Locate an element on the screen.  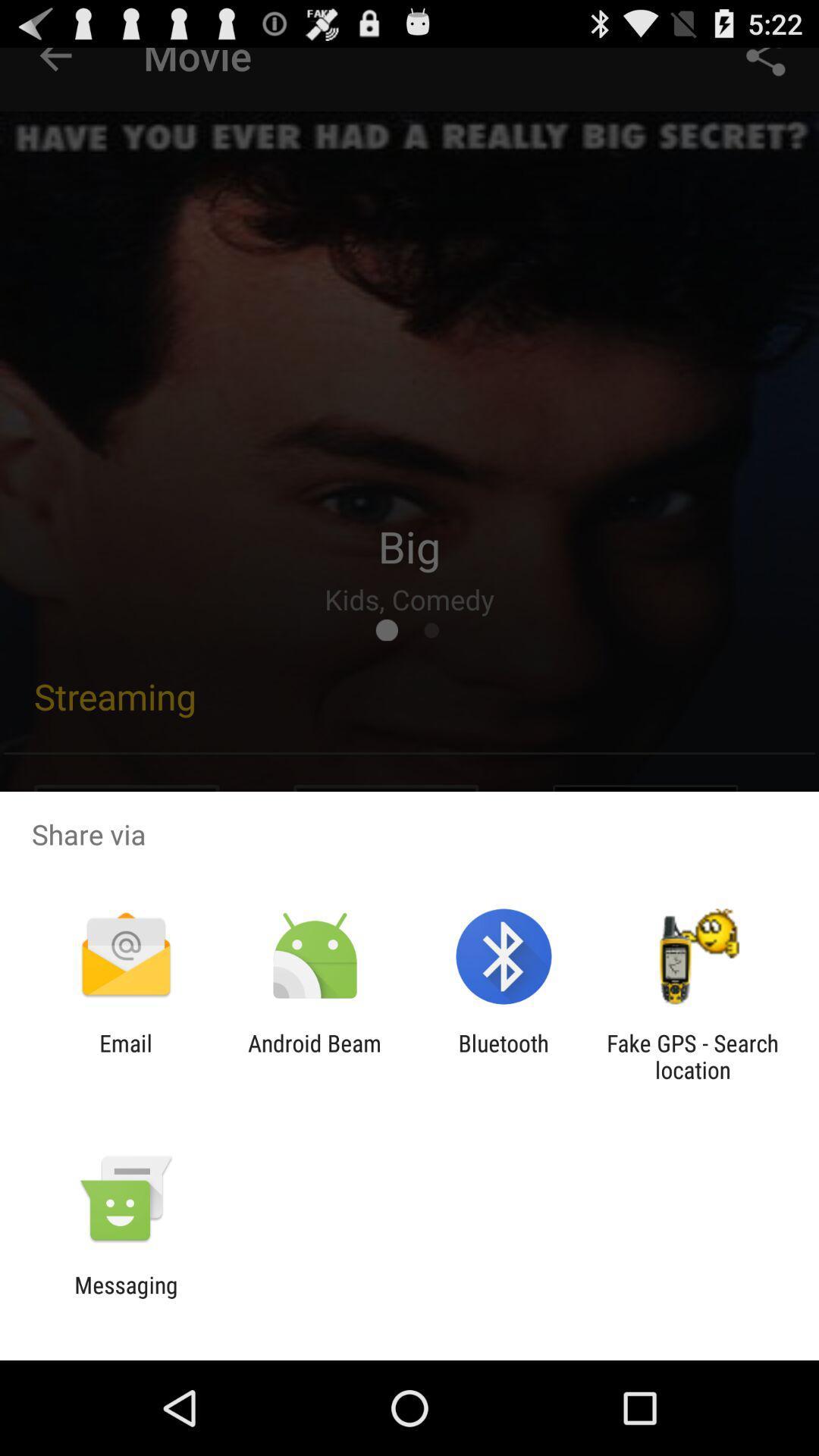
the item next to email icon is located at coordinates (314, 1056).